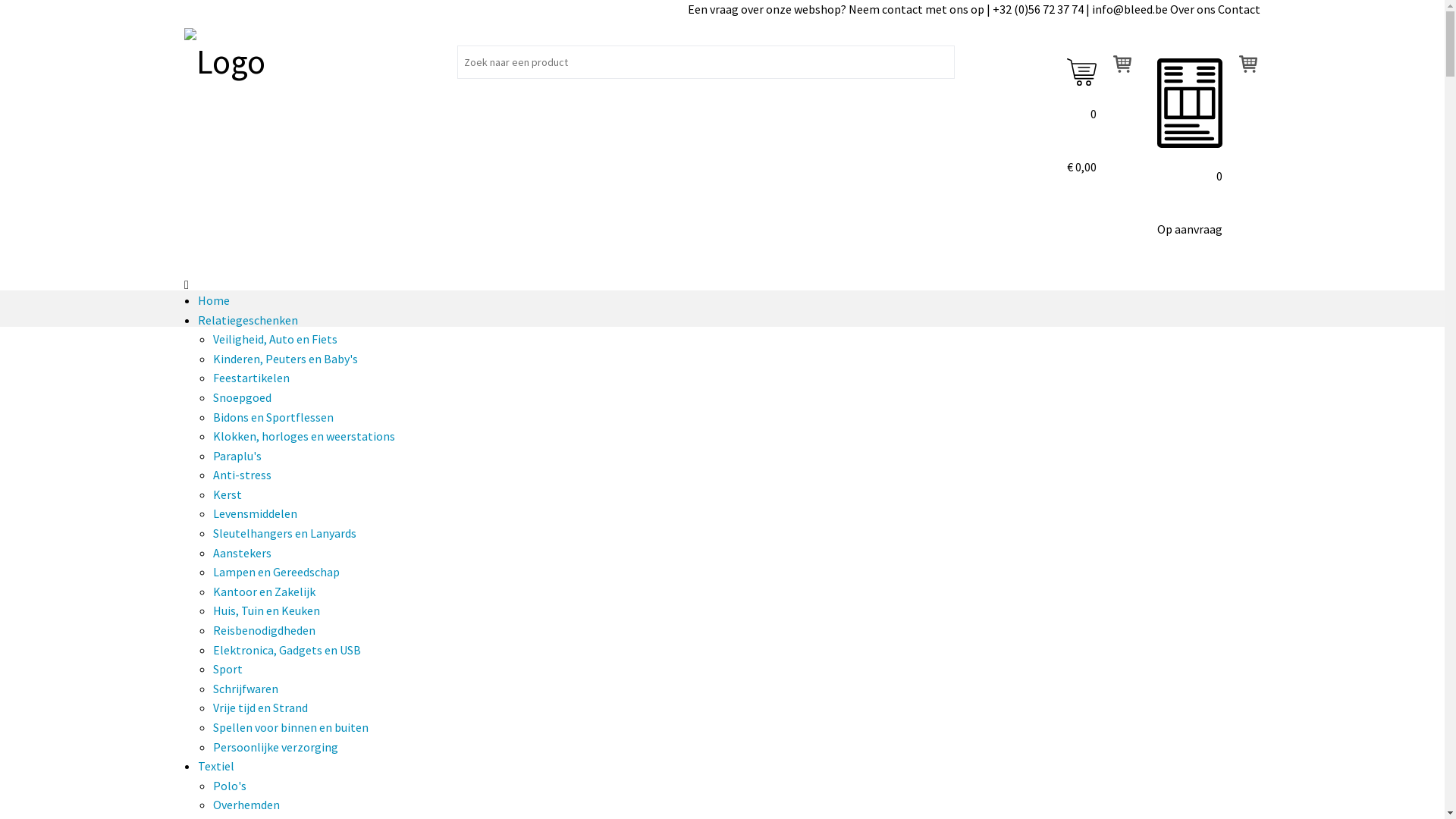  Describe the element at coordinates (1192, 8) in the screenshot. I see `'Over ons'` at that location.